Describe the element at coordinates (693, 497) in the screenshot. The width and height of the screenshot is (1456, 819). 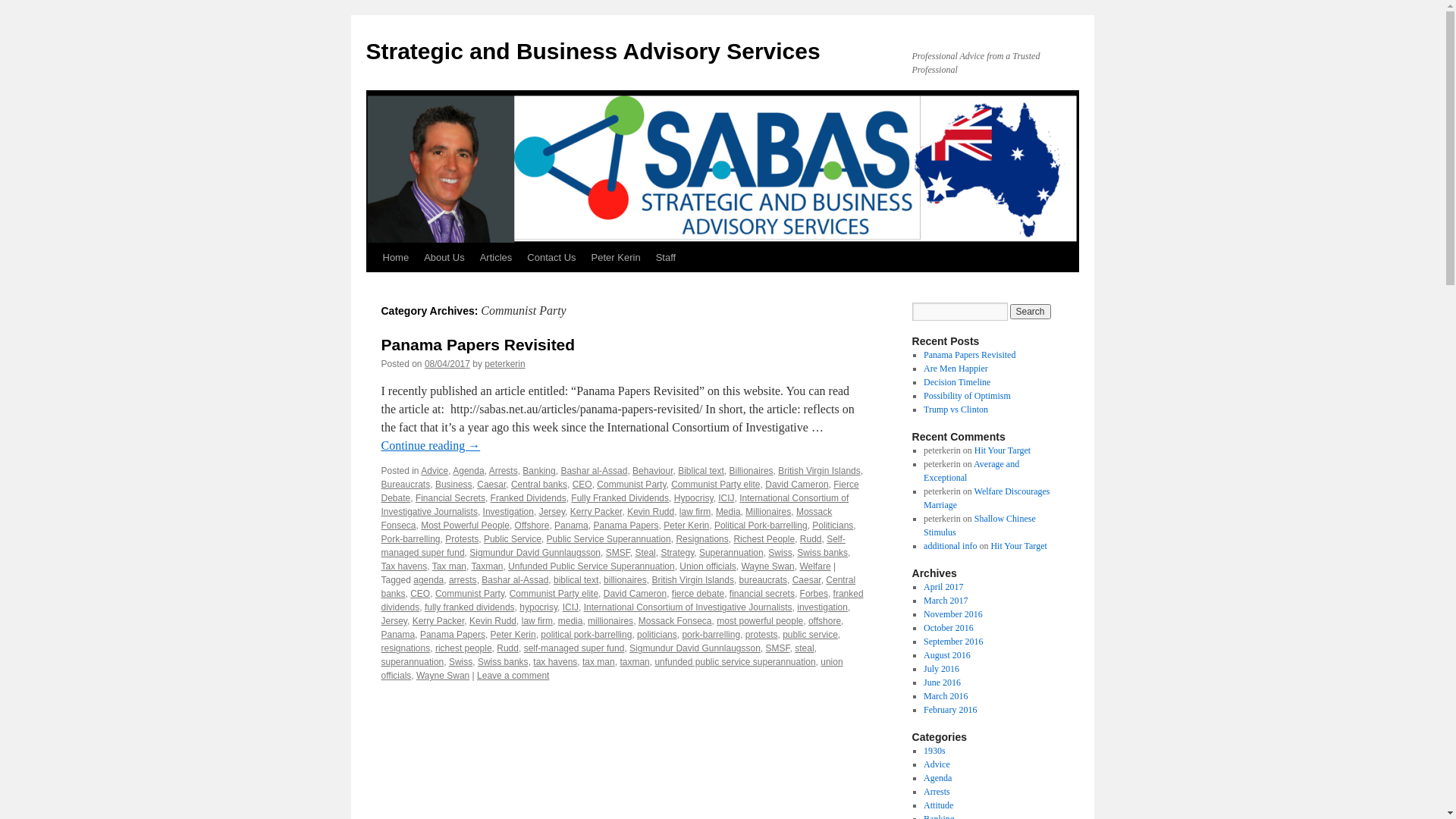
I see `'Hypocrisy'` at that location.